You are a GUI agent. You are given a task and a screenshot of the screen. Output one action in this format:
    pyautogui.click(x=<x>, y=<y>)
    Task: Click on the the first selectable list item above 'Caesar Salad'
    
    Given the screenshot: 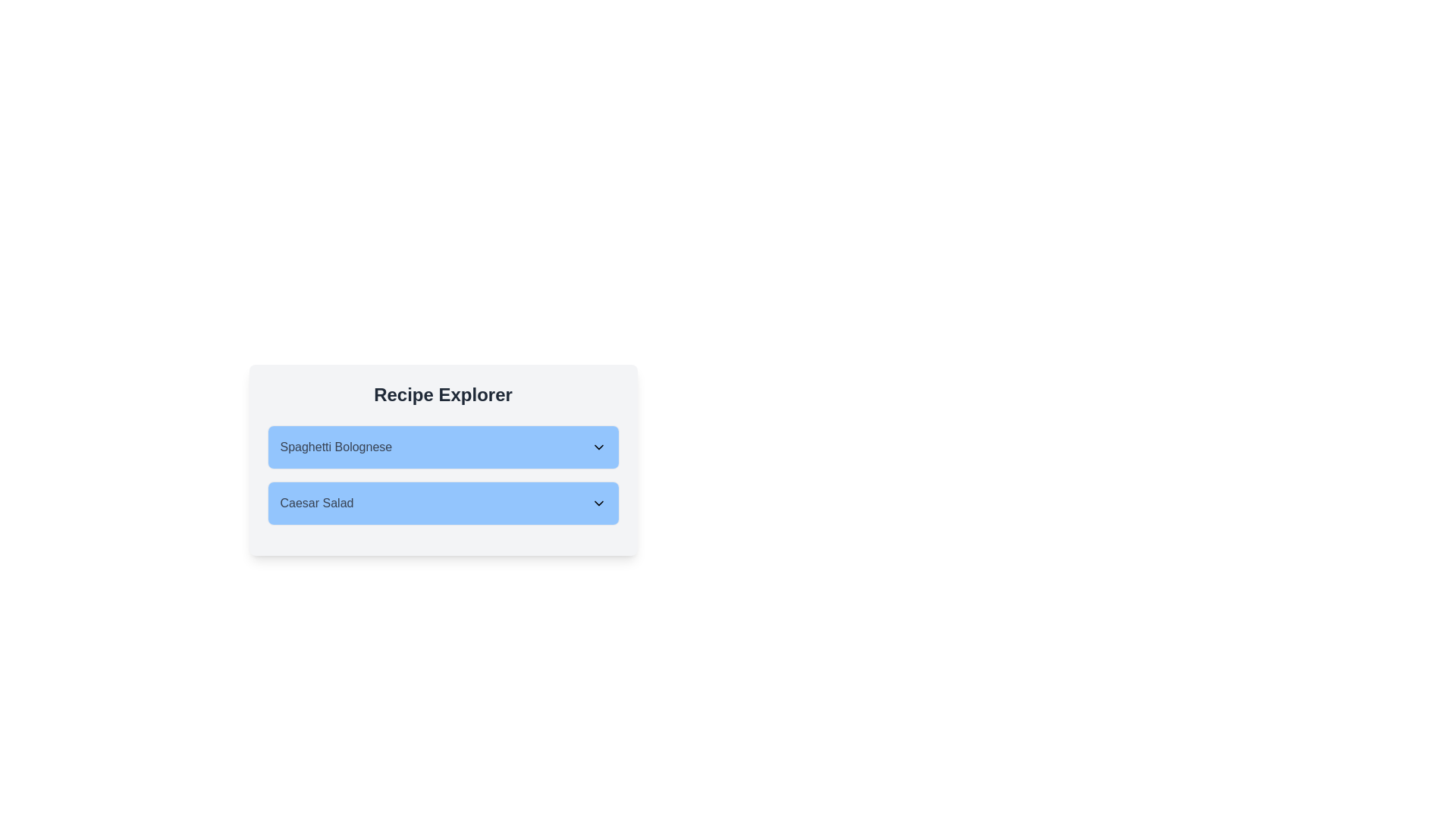 What is the action you would take?
    pyautogui.click(x=442, y=447)
    